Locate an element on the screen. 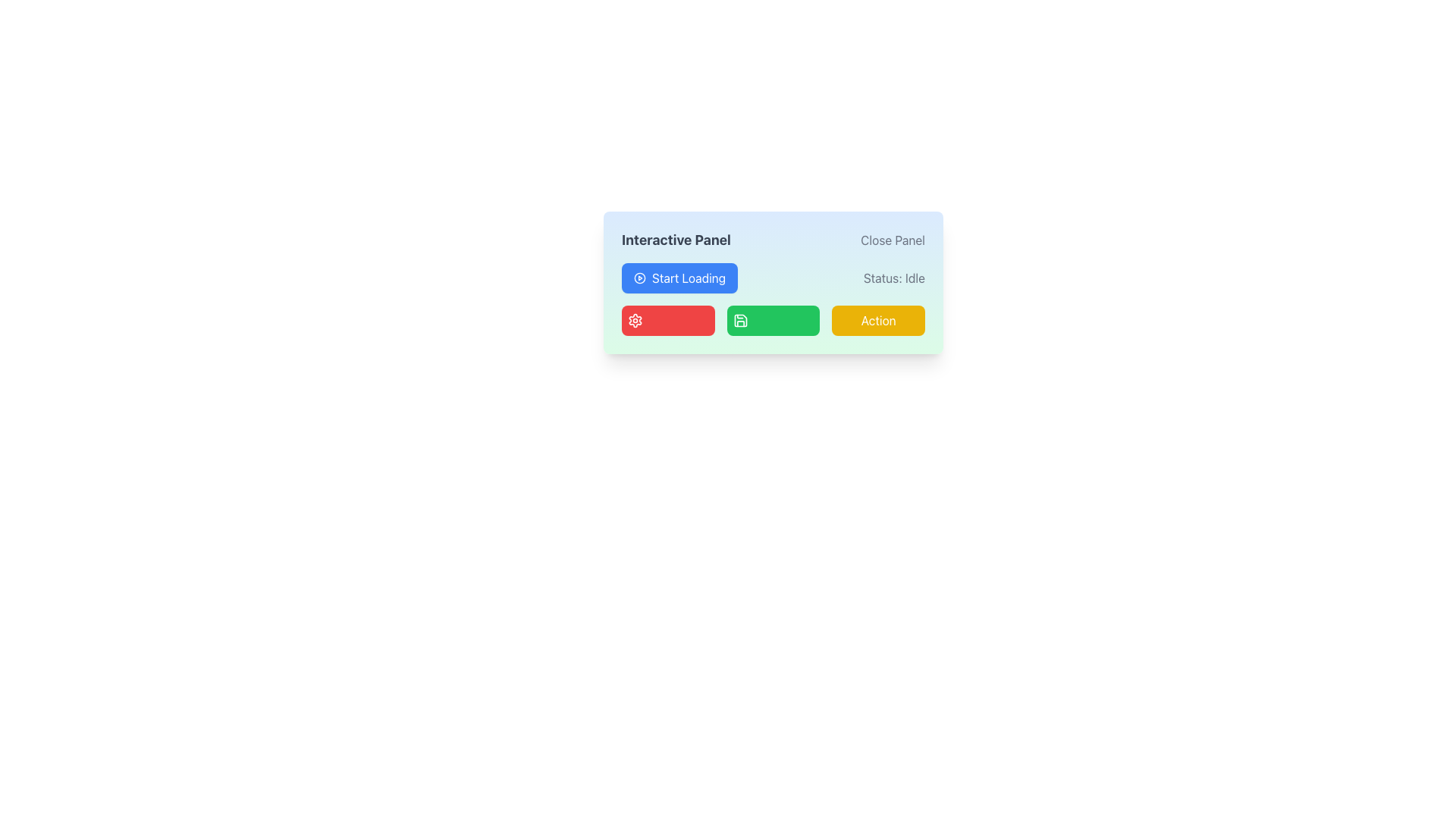 The height and width of the screenshot is (819, 1456). the text label displaying 'Status: Idle', which is styled in gray and located to the right of the 'Start Loading' button on the top-right of the interactive panel is located at coordinates (894, 278).